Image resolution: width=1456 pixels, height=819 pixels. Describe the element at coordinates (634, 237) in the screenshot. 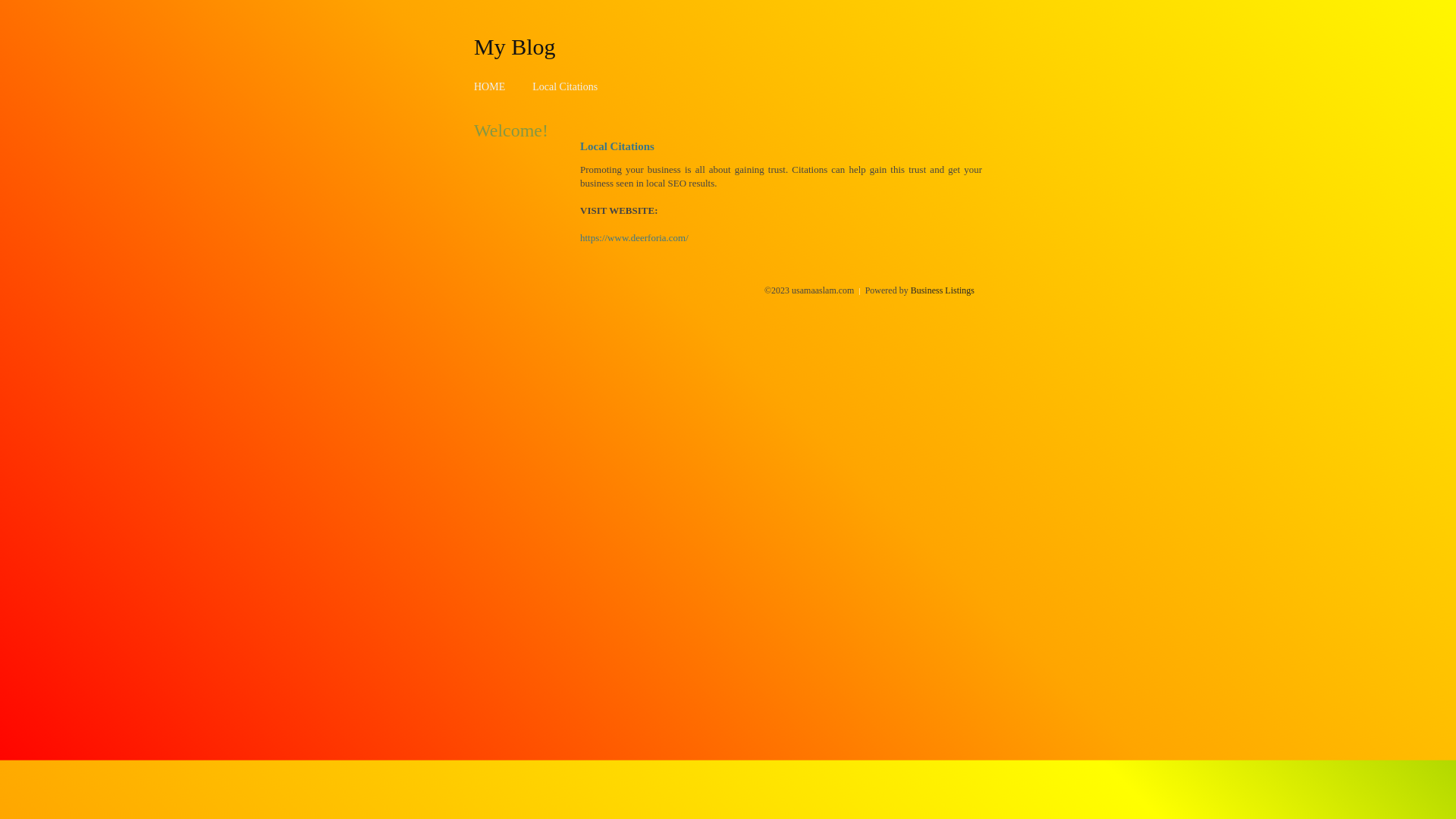

I see `'https://www.deerforia.com/'` at that location.